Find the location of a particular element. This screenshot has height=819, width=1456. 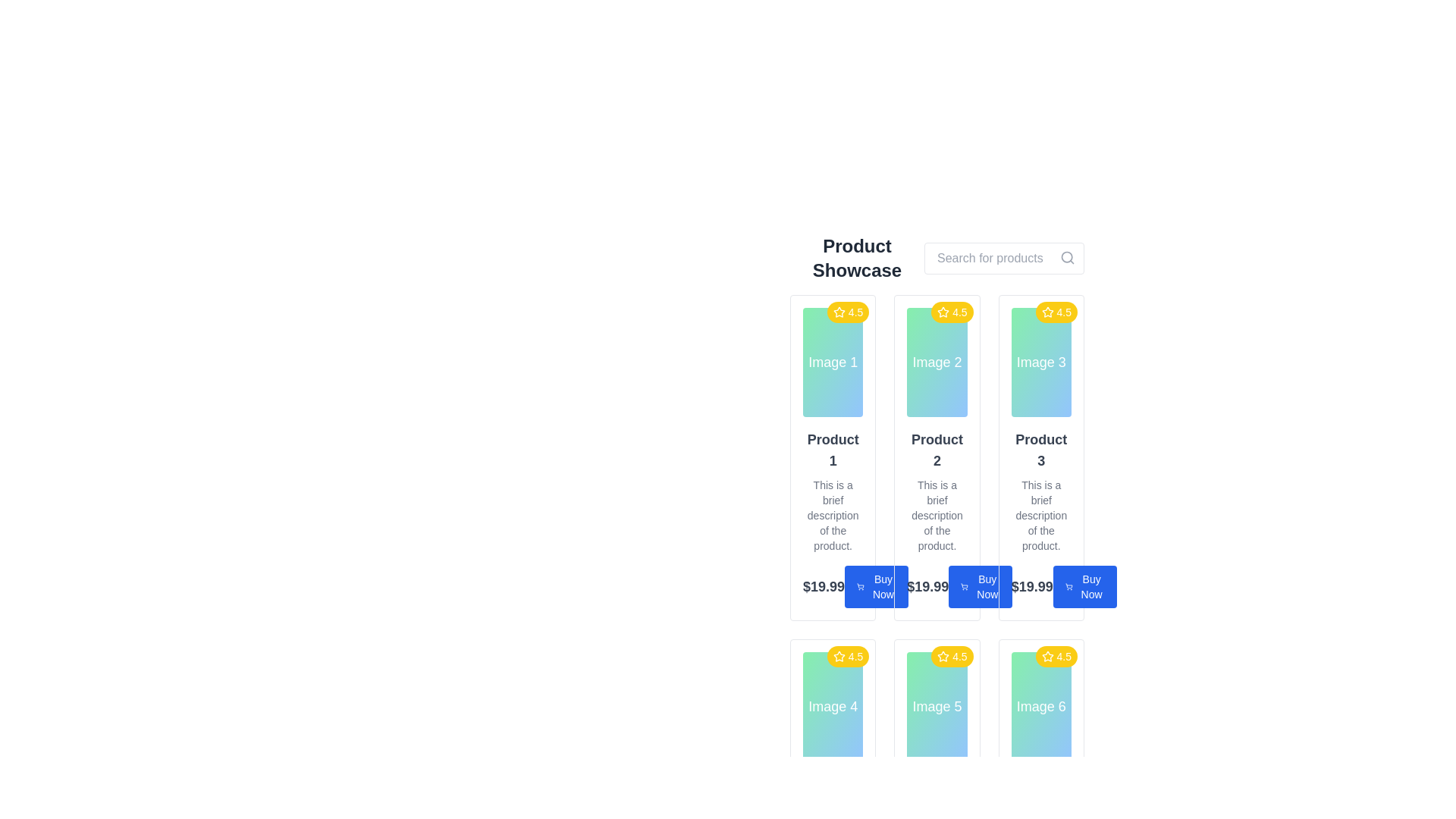

the star-shaped icon located in the rating section of the first product card, which features a yellow fill color and is positioned above the product title and image is located at coordinates (838, 311).